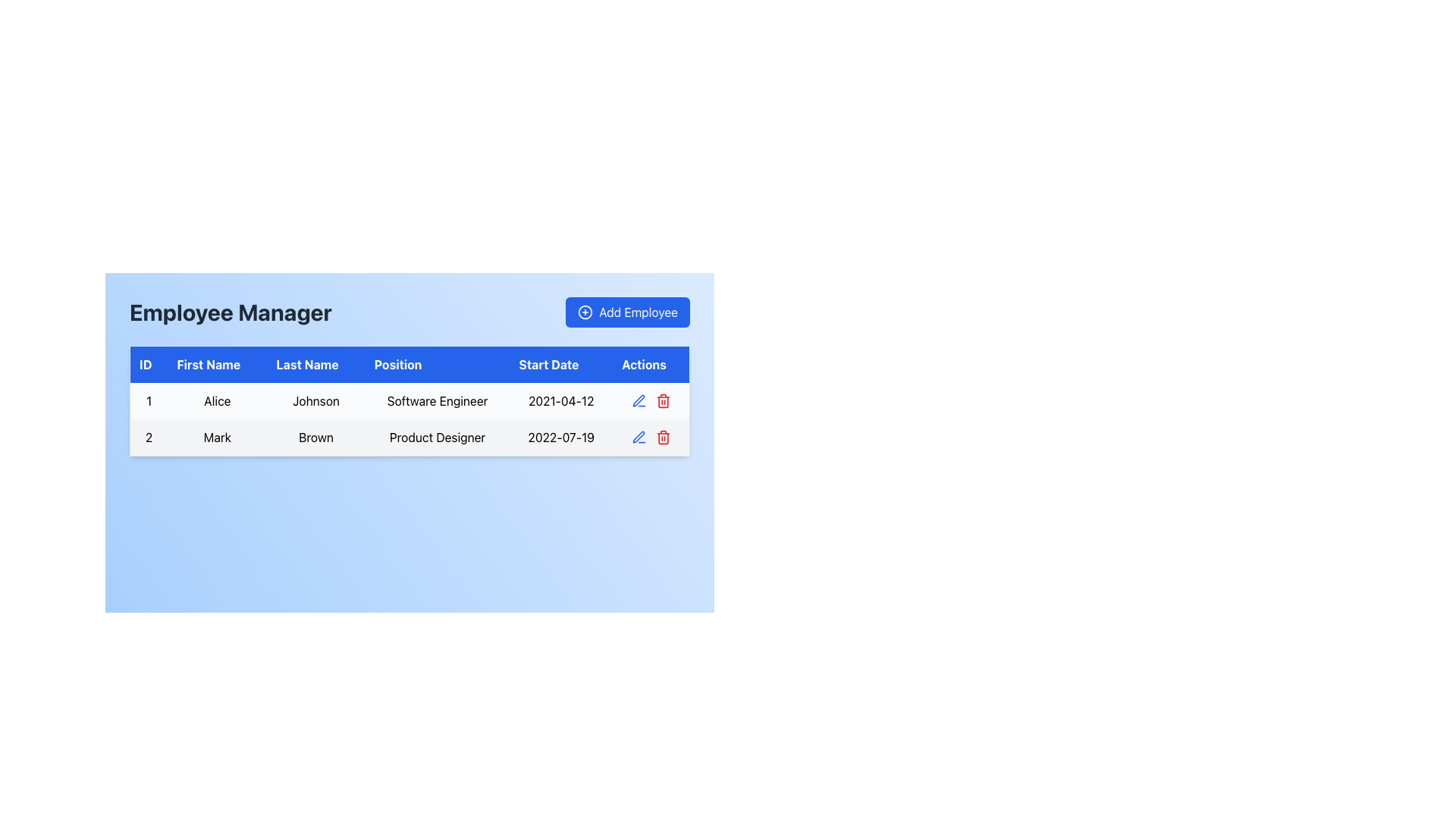 Image resolution: width=1456 pixels, height=819 pixels. I want to click on the content of the employee details row for Mark Brown, which includes ID '2', position 'Product Designer', and start date '2022-07-19', so click(409, 438).